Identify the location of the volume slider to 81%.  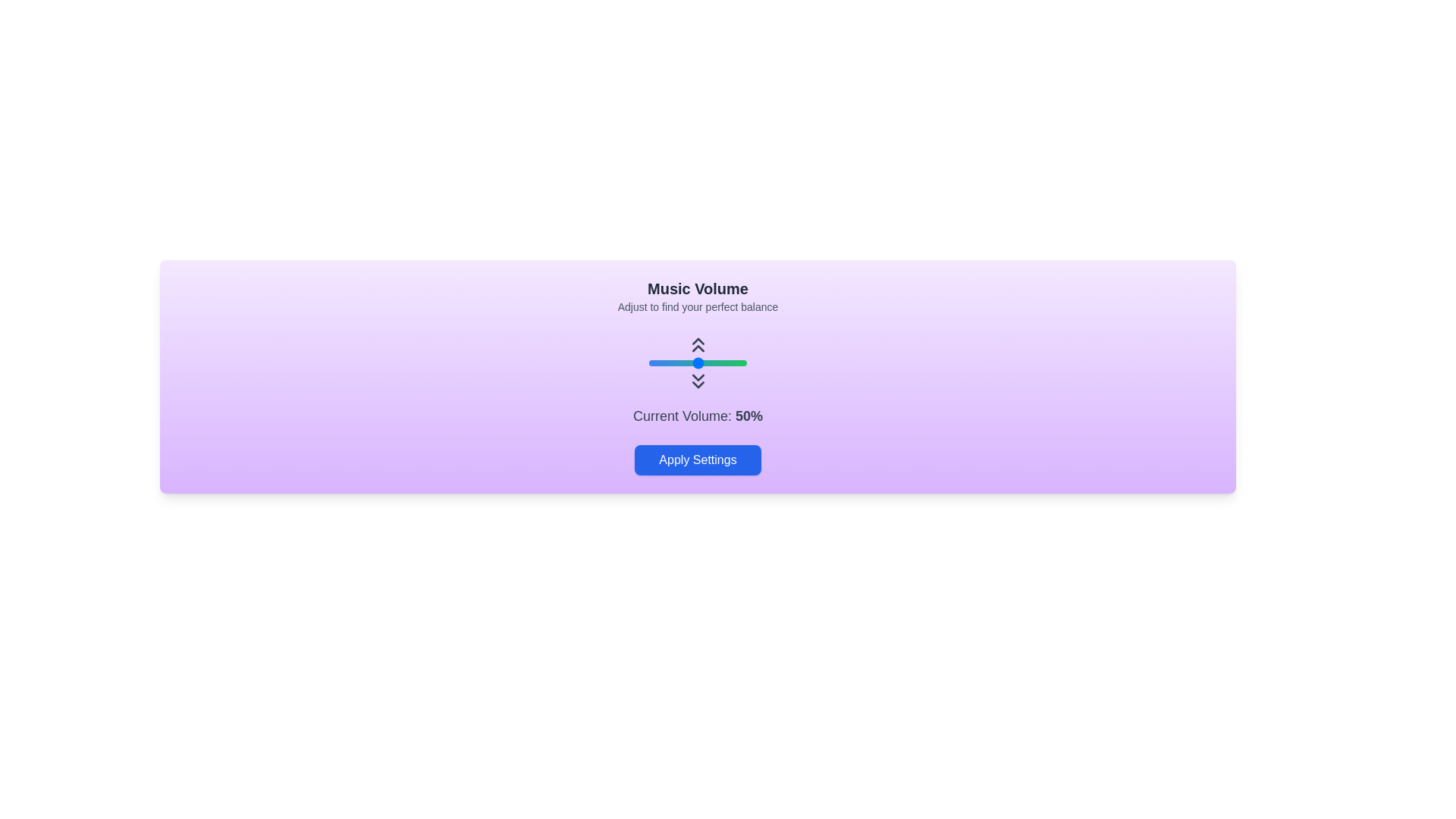
(728, 362).